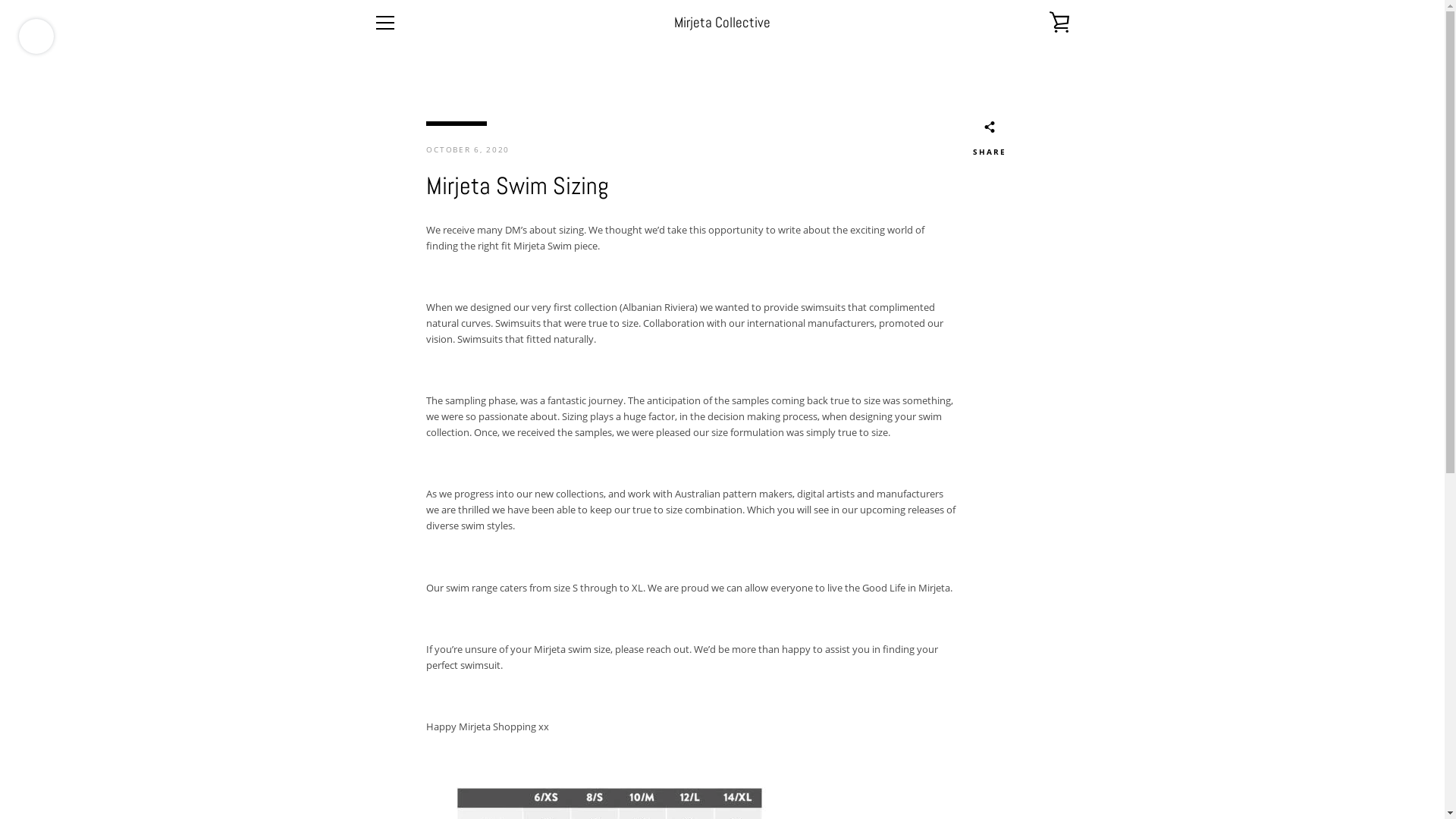 This screenshot has width=1456, height=819. Describe the element at coordinates (0, 0) in the screenshot. I see `'Skip to content'` at that location.